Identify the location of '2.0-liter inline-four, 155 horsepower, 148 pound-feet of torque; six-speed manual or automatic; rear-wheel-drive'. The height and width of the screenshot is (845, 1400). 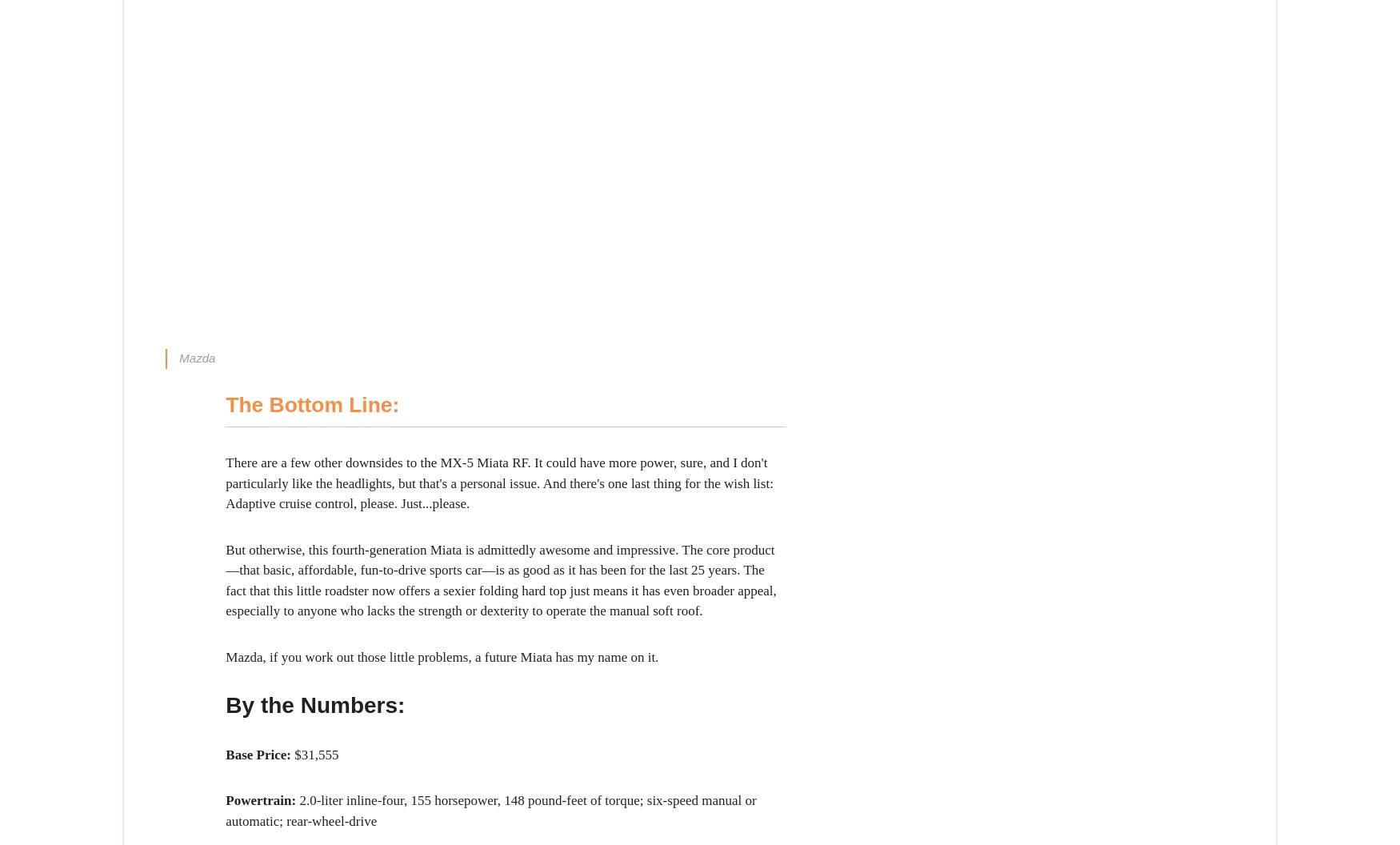
(490, 810).